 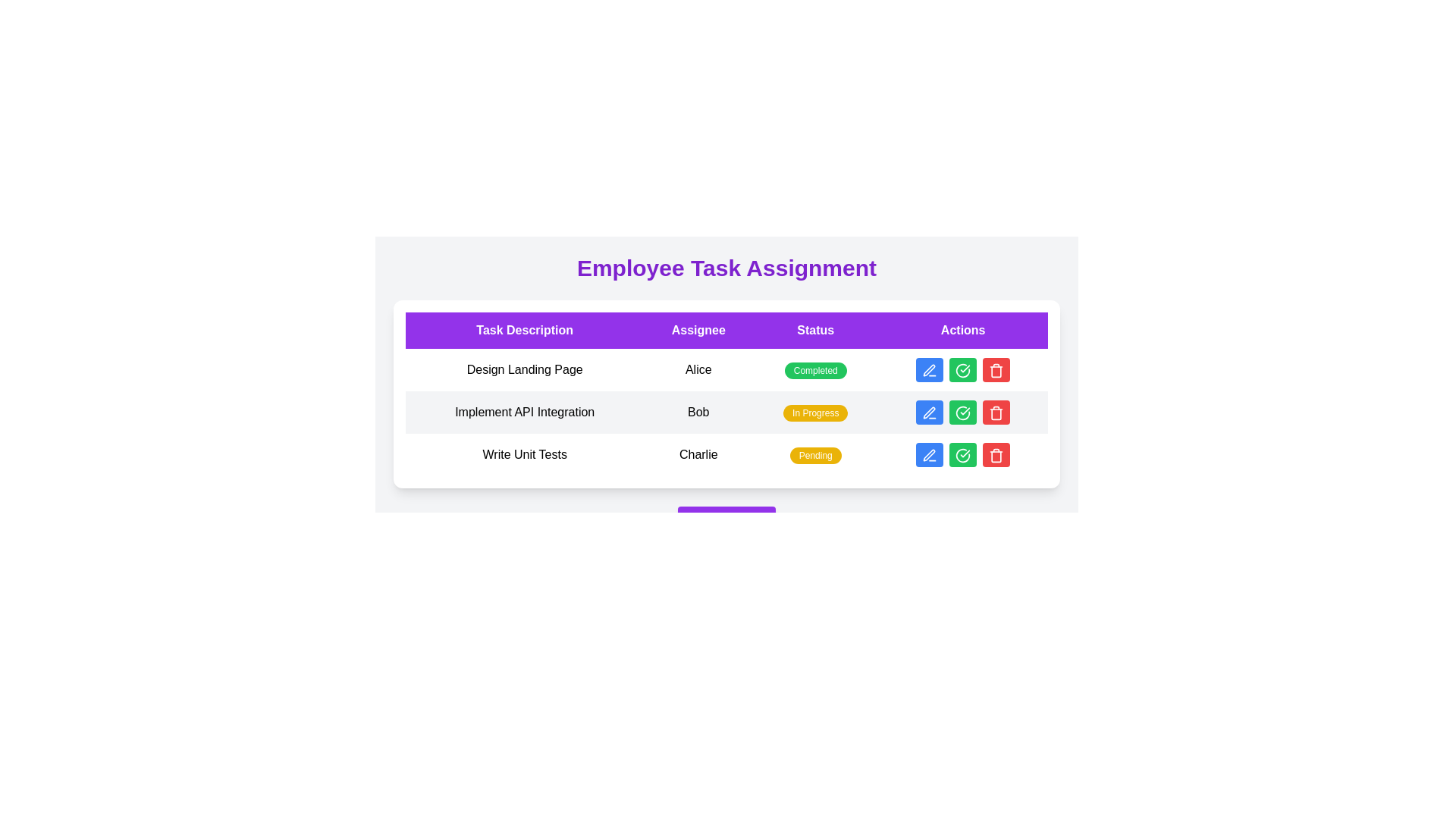 I want to click on the confirmation button in the 'Actions' column, so click(x=962, y=413).